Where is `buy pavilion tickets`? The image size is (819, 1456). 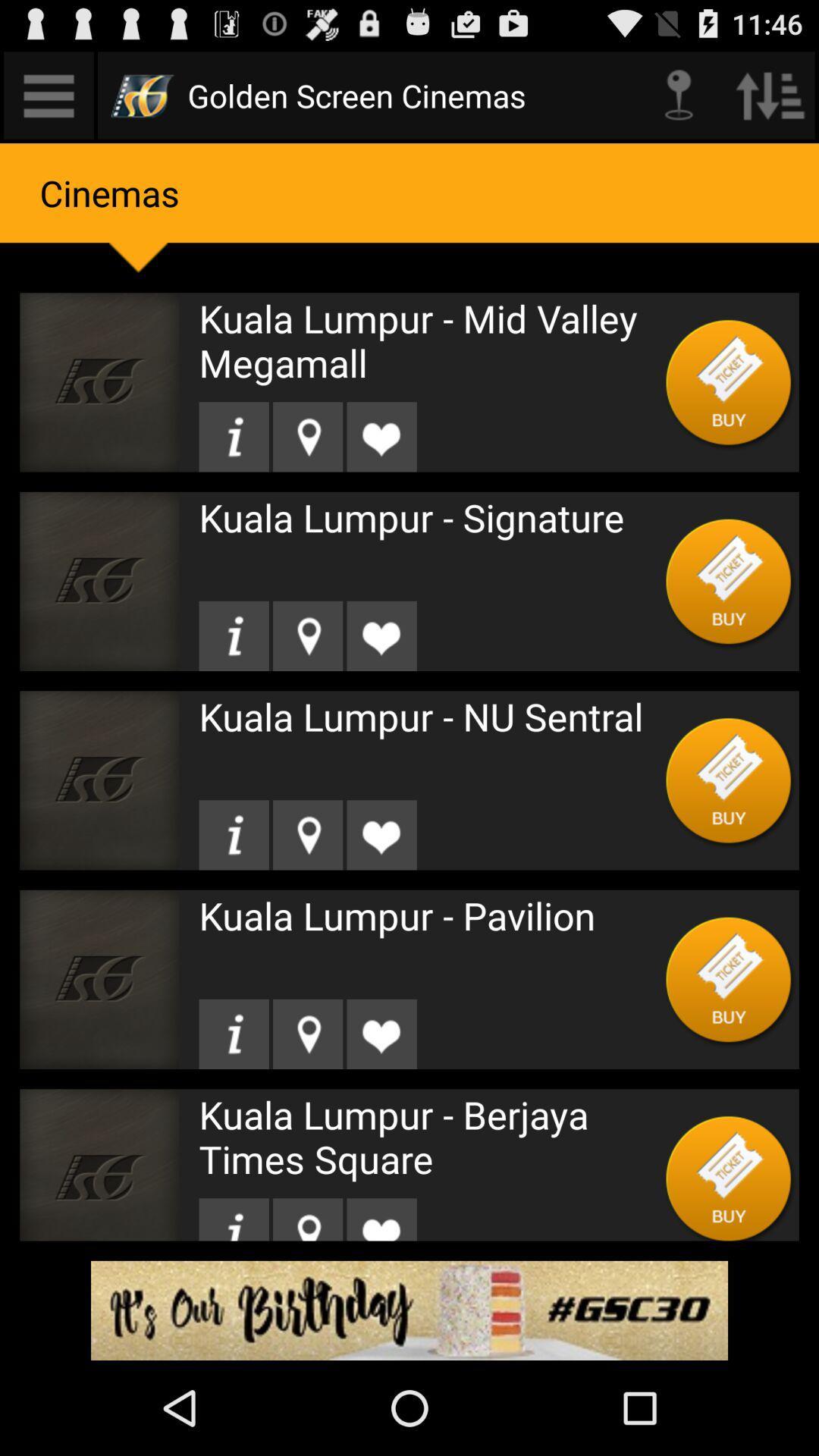
buy pavilion tickets is located at coordinates (728, 979).